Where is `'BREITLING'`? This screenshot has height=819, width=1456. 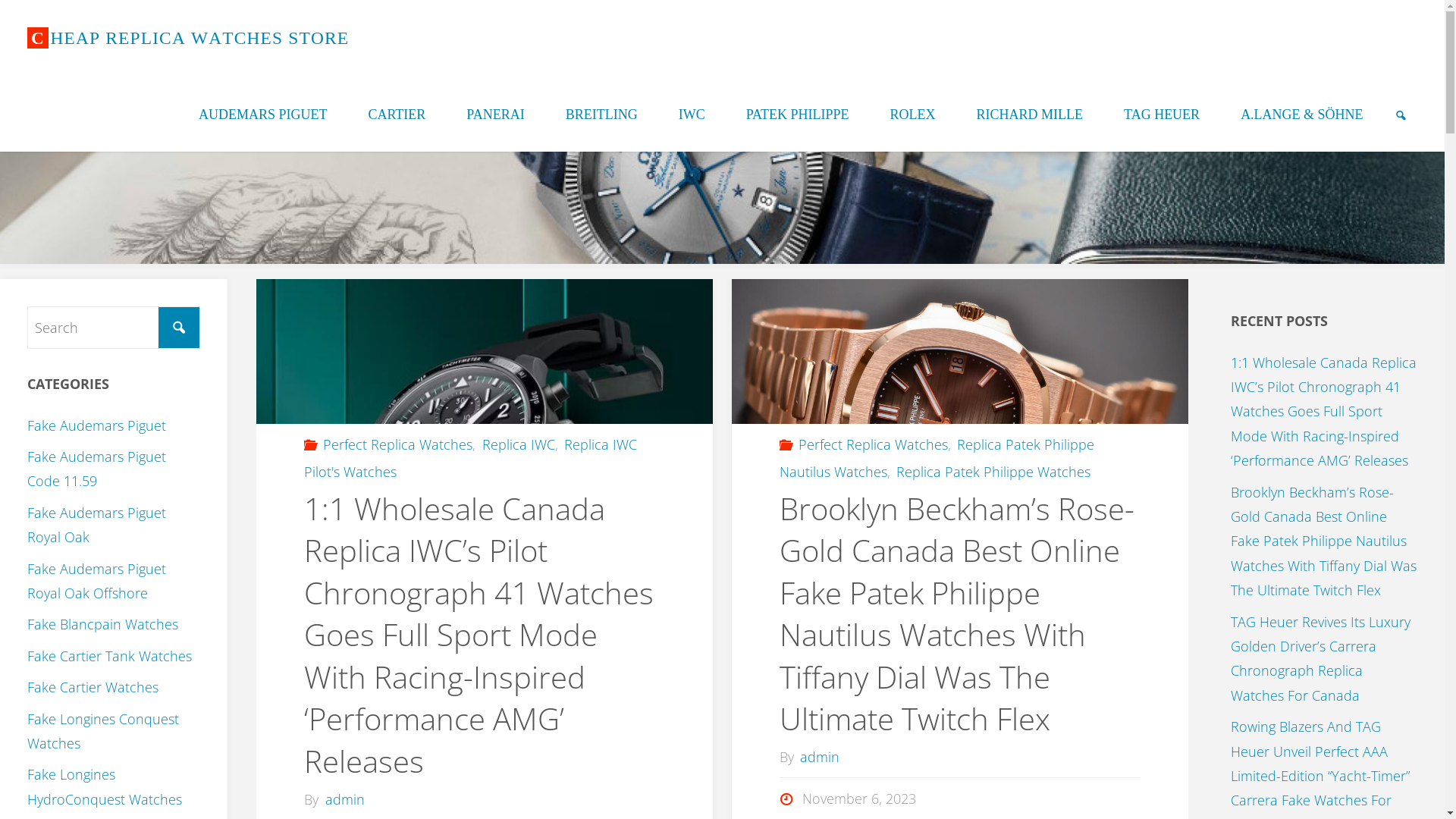 'BREITLING' is located at coordinates (601, 113).